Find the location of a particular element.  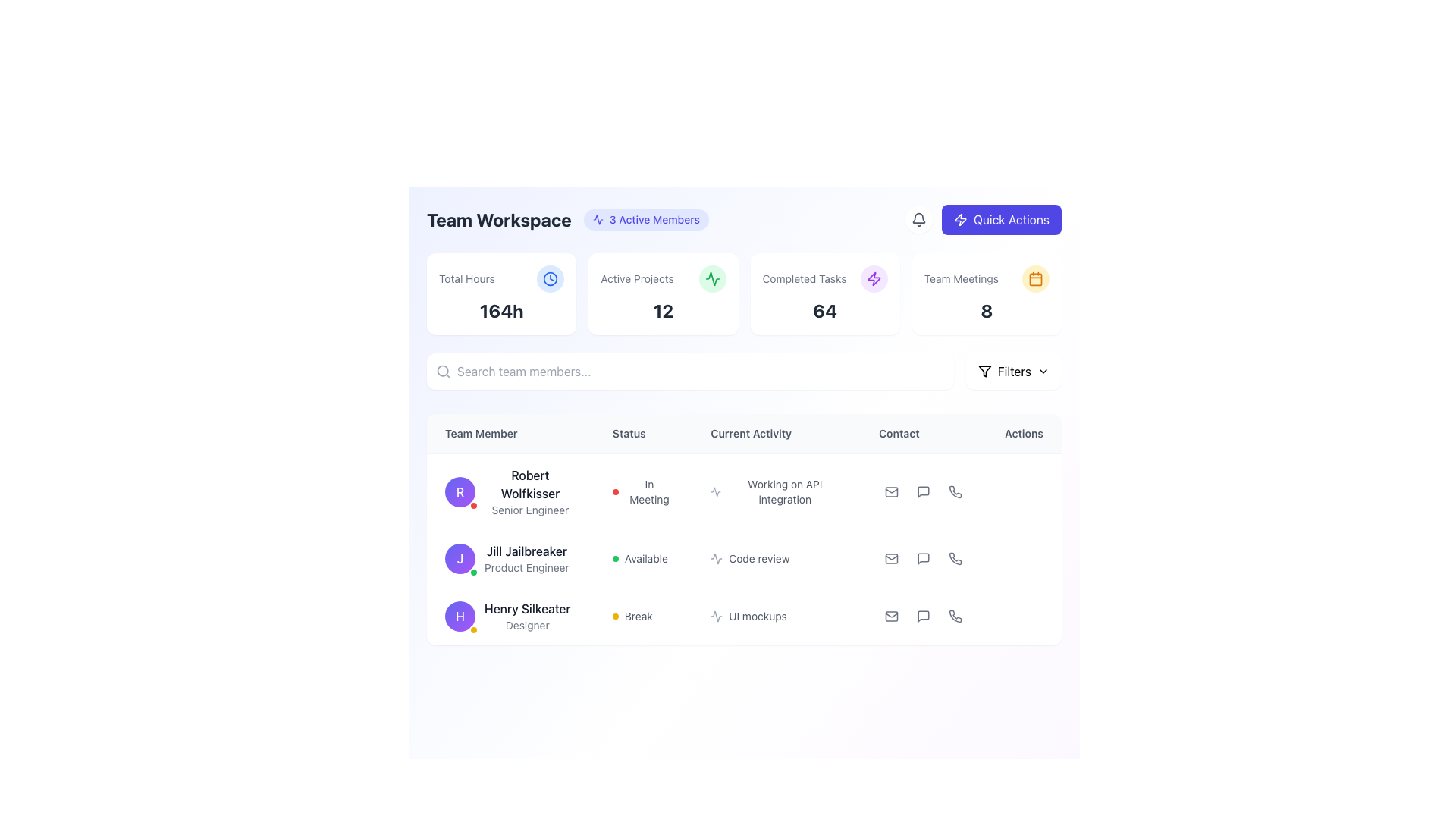

the current activity text of team member 'Jill Jailbreaker' located in the 'Current Activity' column of the second row in the table is located at coordinates (744, 549).